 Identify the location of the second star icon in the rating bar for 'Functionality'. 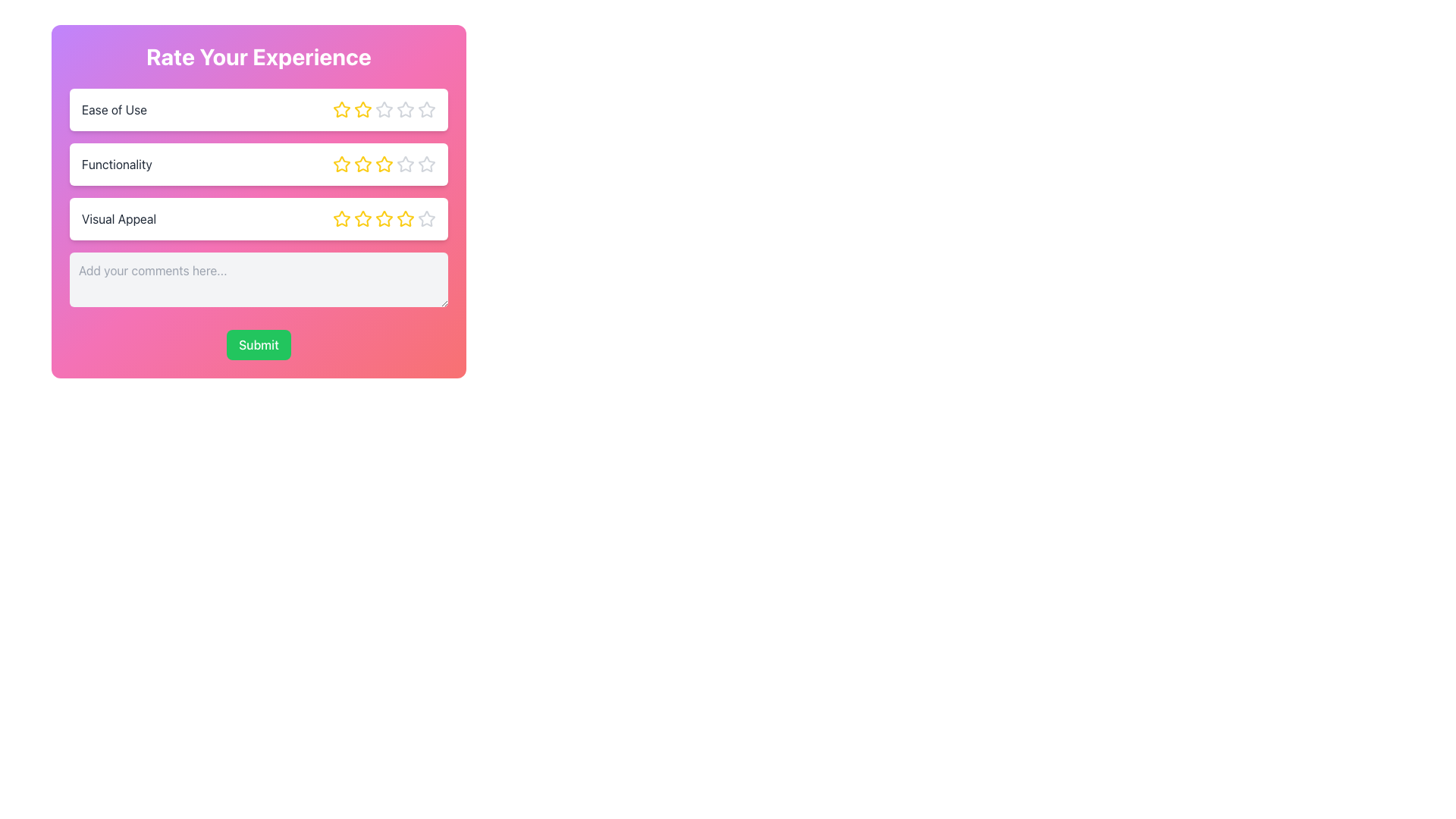
(341, 164).